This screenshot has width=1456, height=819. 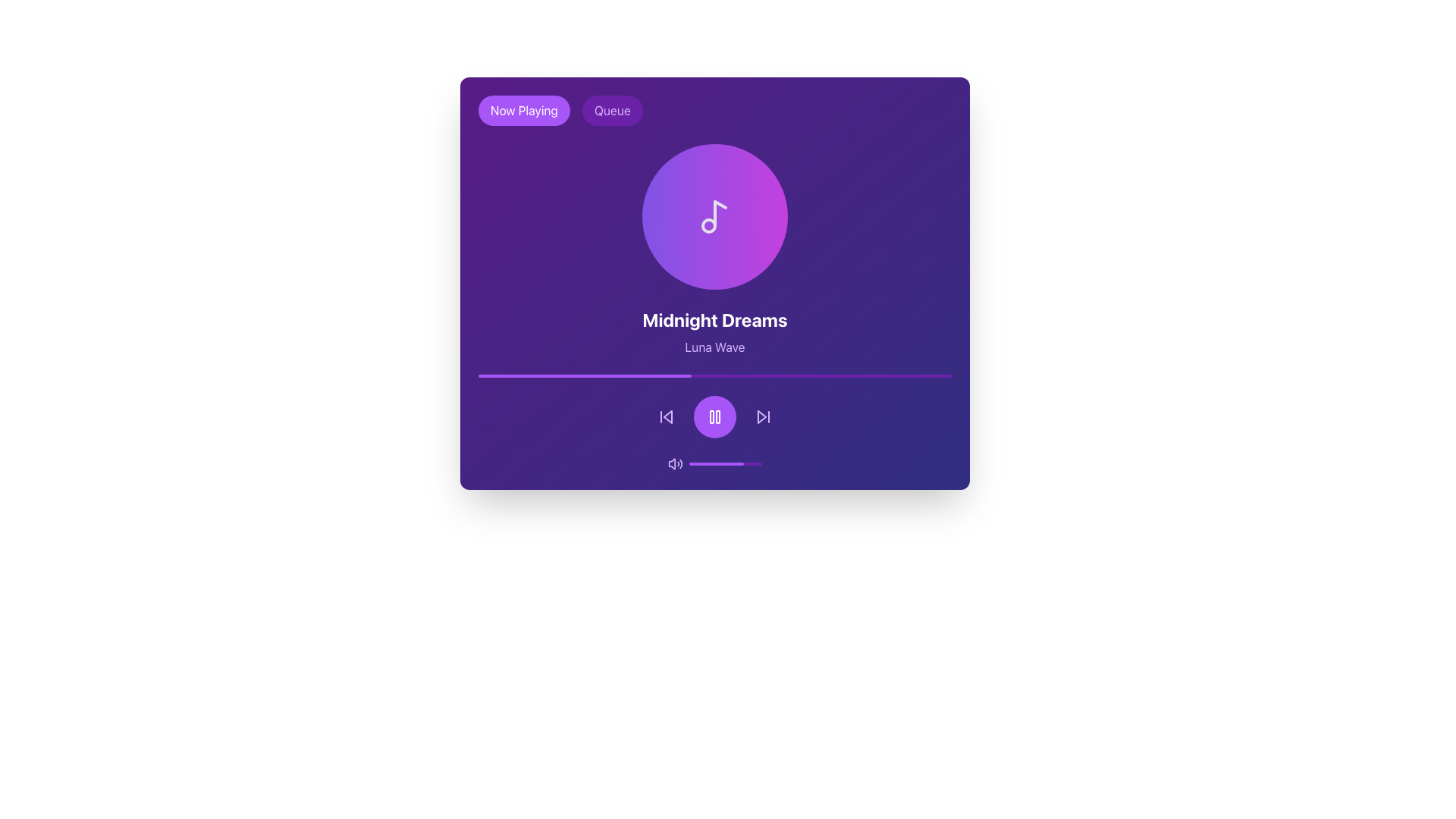 I want to click on the text display that reads 'Midnight Dreams' and 'Luna Wave', which is centrally located below a musical note icon on a purple background, so click(x=714, y=331).